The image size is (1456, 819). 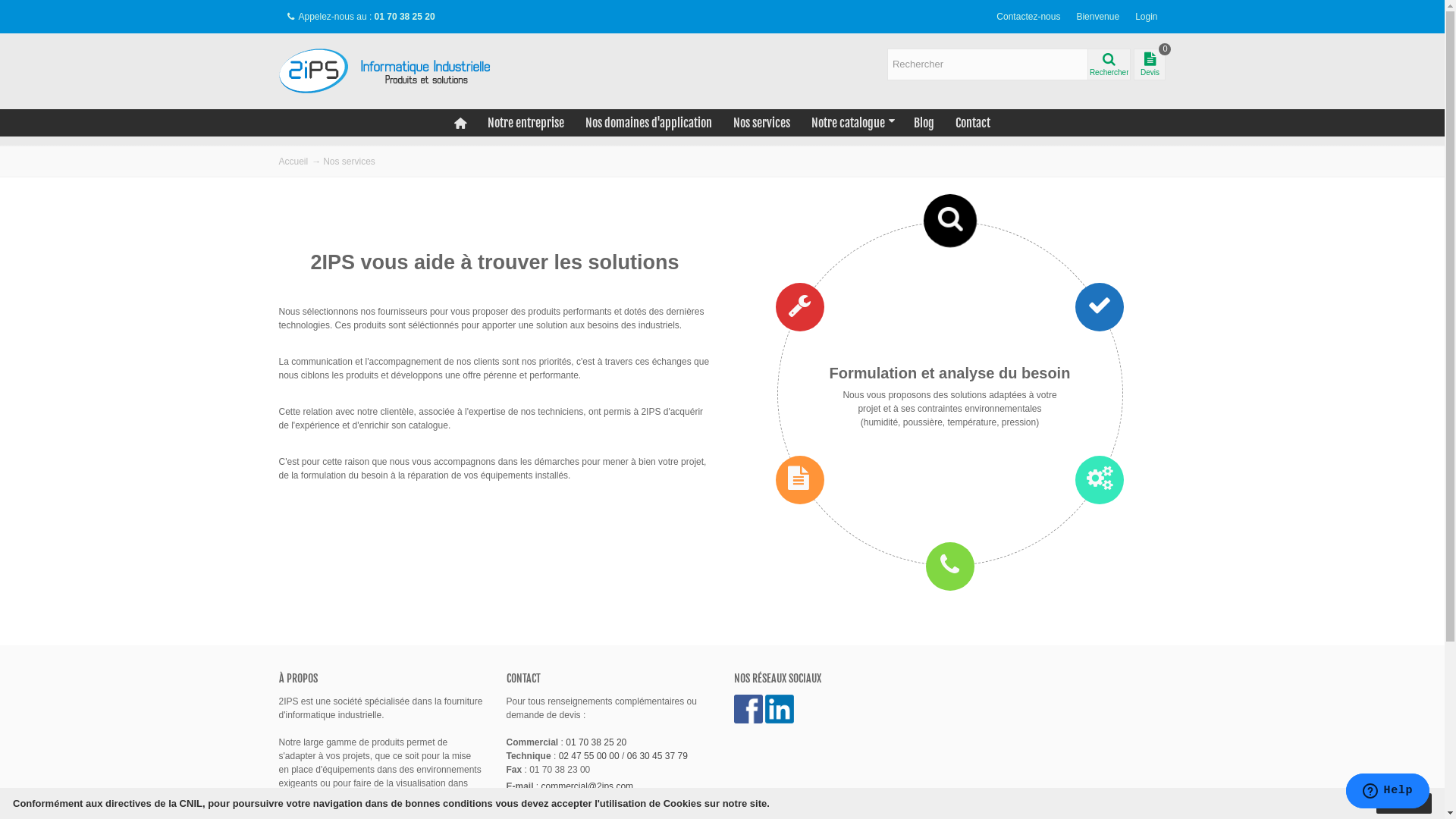 I want to click on '06 30 45 37 79', so click(x=657, y=755).